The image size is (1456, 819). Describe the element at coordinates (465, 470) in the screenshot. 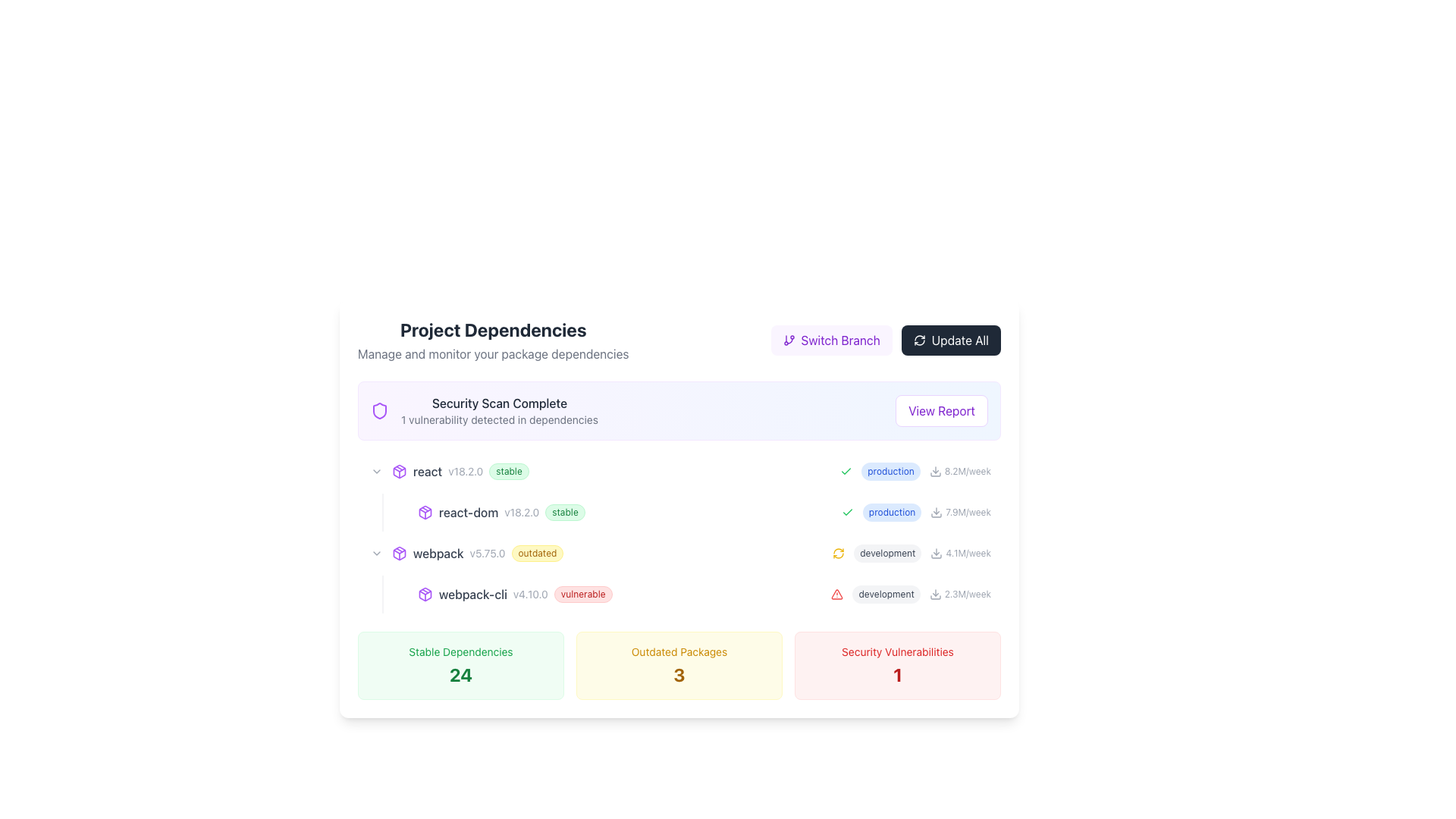

I see `displayed version information from the Text label showing 'v18.2.0' for the 'react' library, located in the 'Project Dependencies' section between the 'react' text and the 'stable' badge` at that location.